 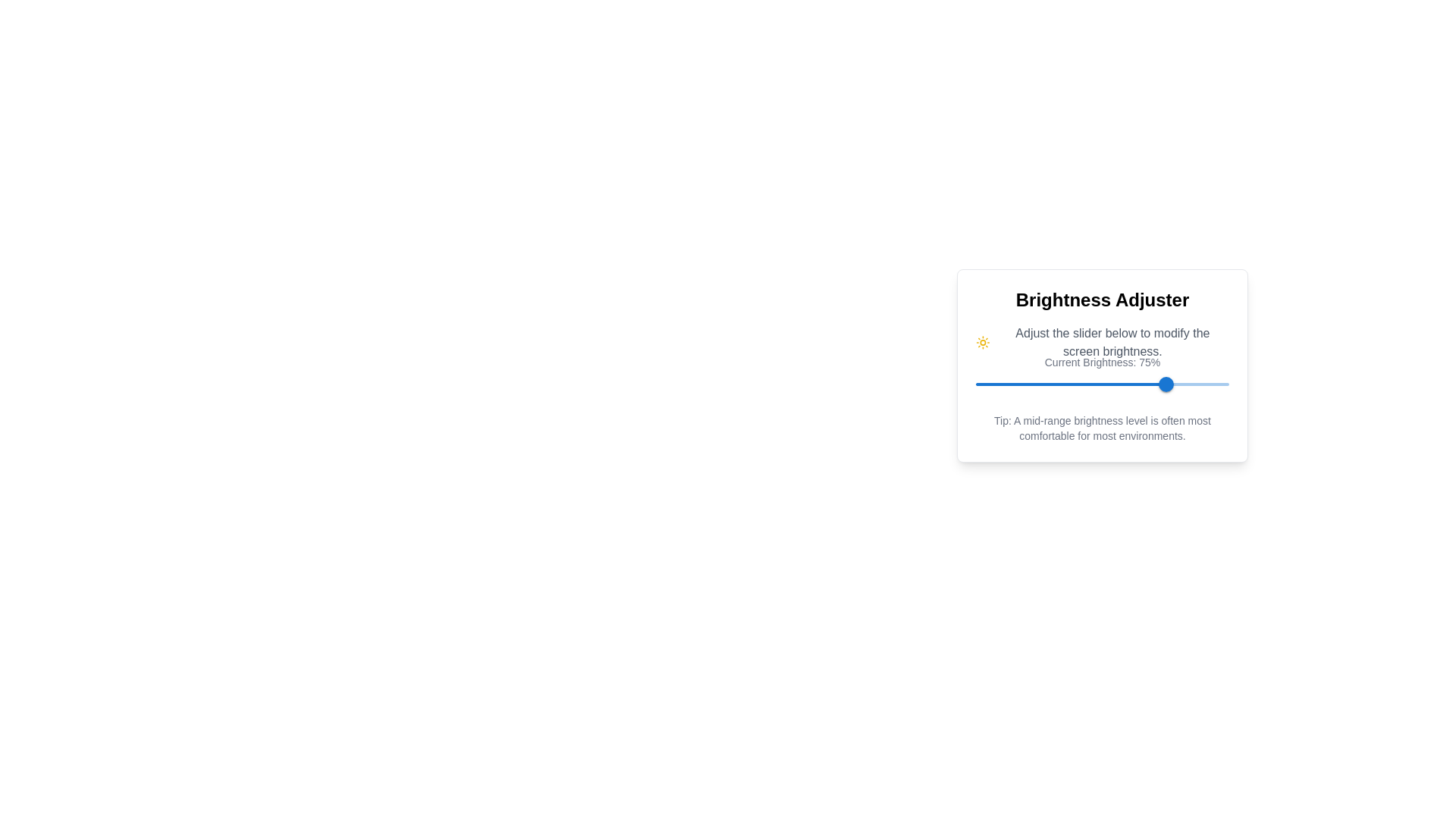 I want to click on brightness, so click(x=1061, y=383).